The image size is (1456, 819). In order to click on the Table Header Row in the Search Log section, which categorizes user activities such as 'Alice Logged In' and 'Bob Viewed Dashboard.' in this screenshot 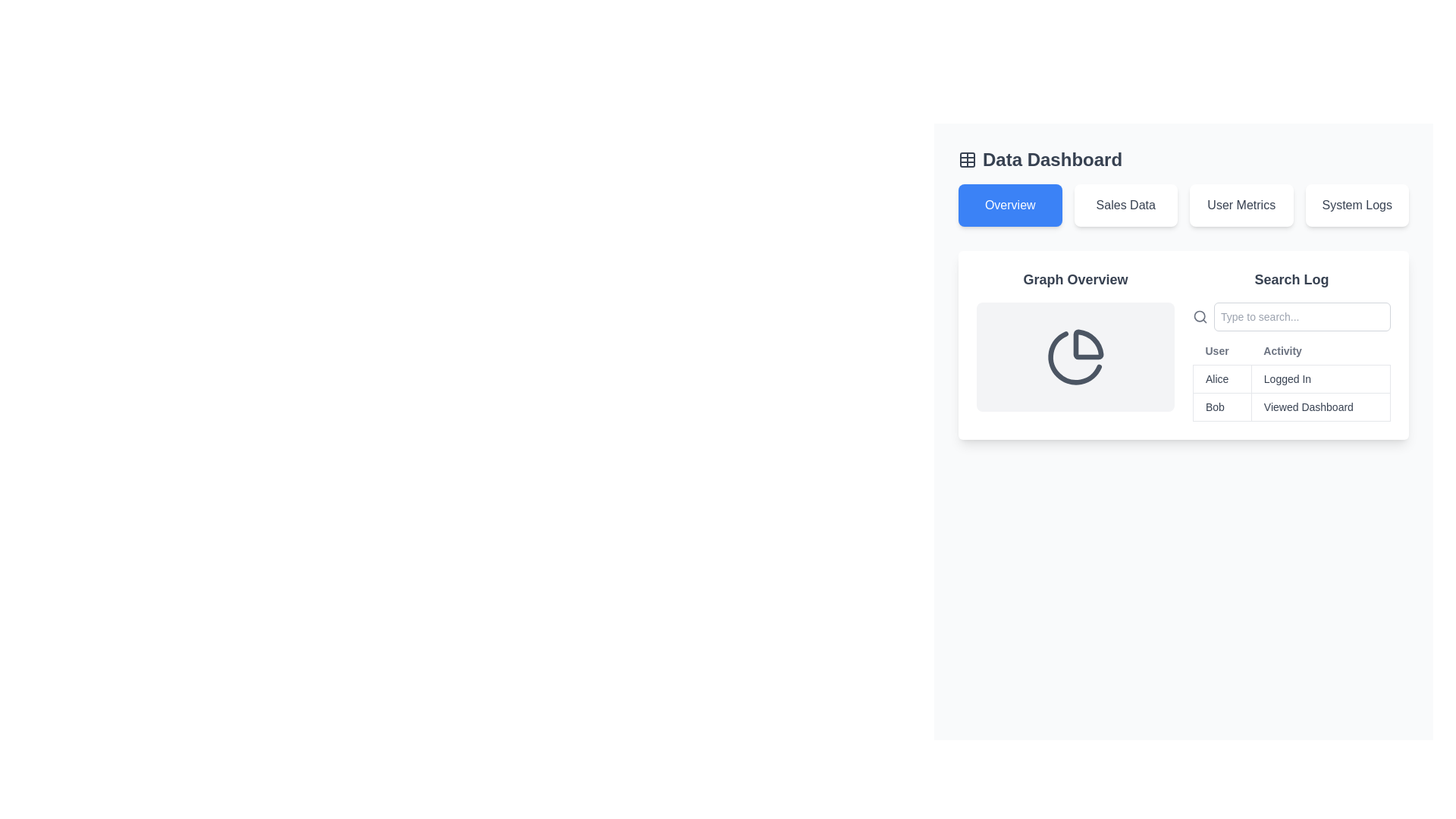, I will do `click(1291, 351)`.